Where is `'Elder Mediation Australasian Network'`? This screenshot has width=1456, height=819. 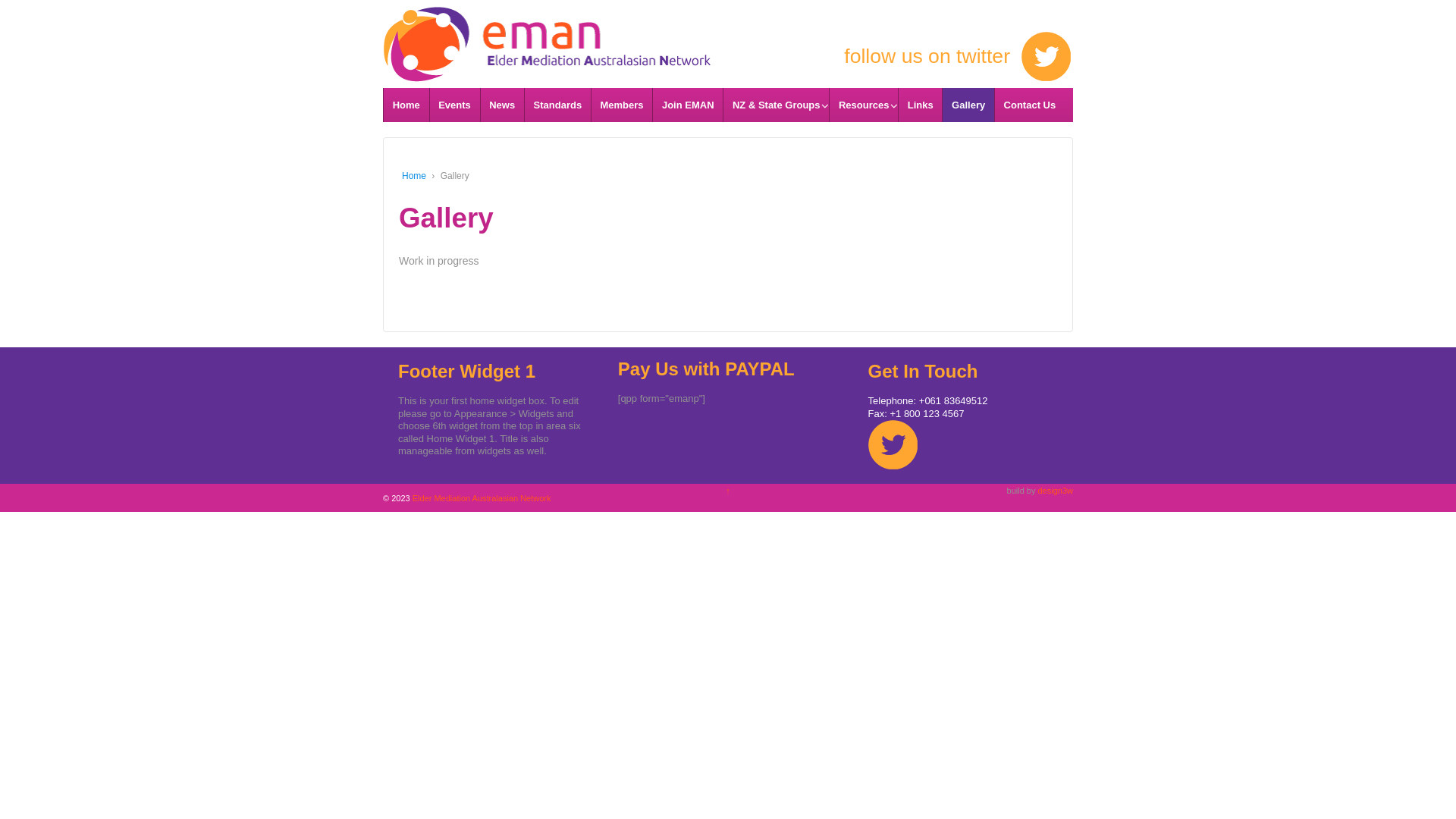
'Elder Mediation Australasian Network' is located at coordinates (479, 497).